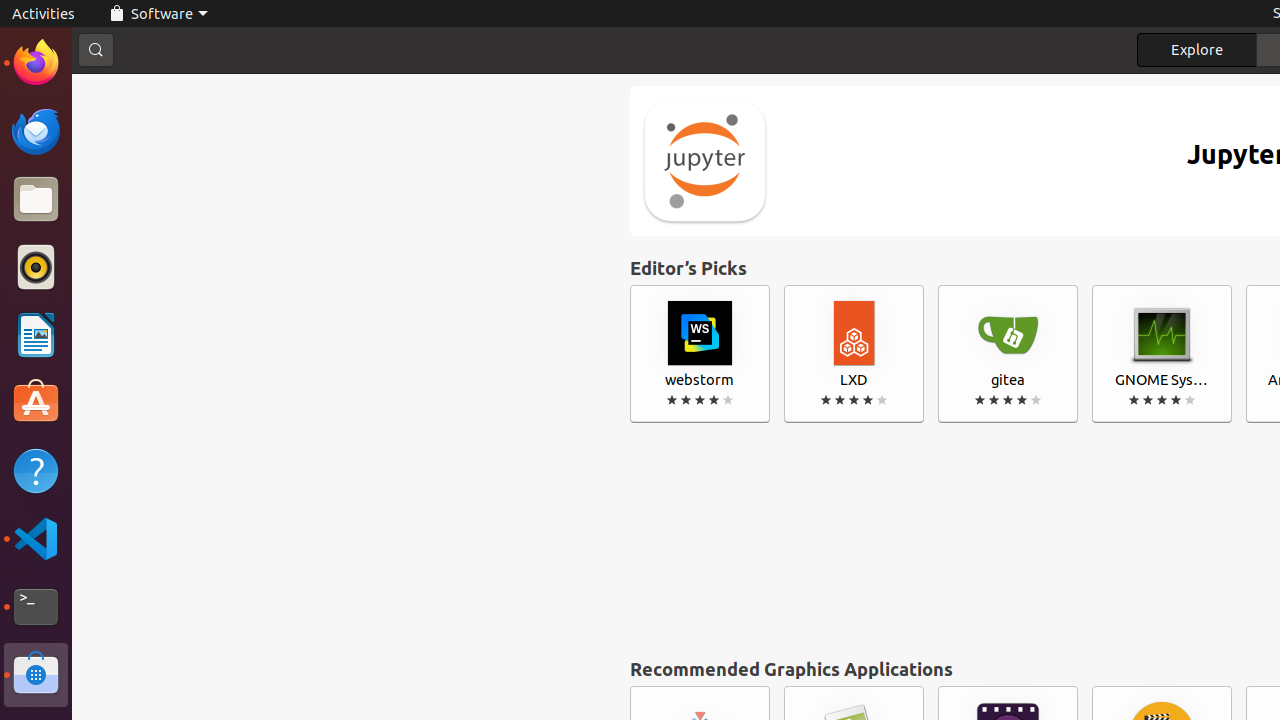  I want to click on 'Activities', so click(43, 13).